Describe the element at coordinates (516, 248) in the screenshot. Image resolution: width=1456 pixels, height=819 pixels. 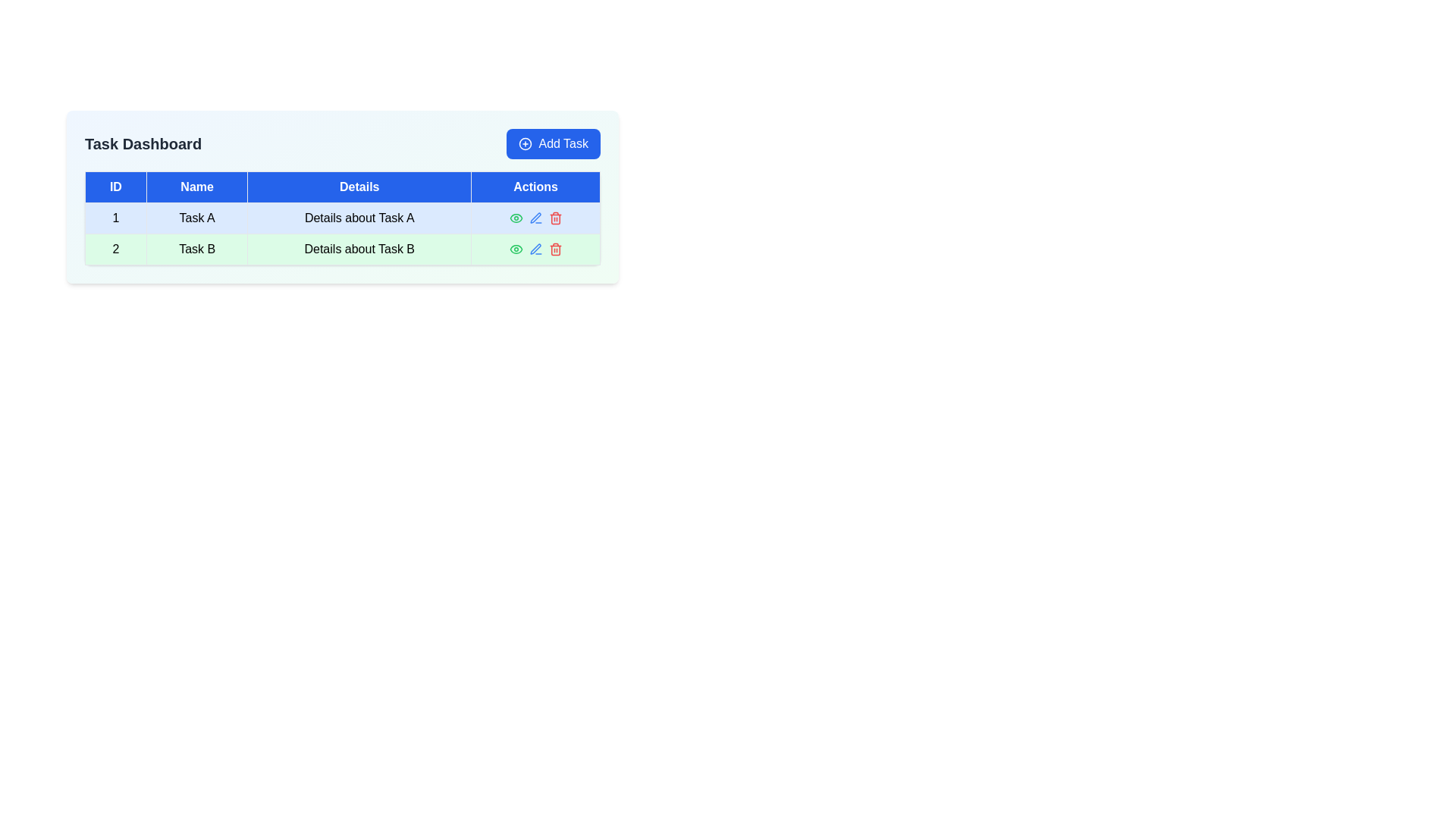
I see `the small green eye icon in the 'Actions' column of the second row of the table` at that location.